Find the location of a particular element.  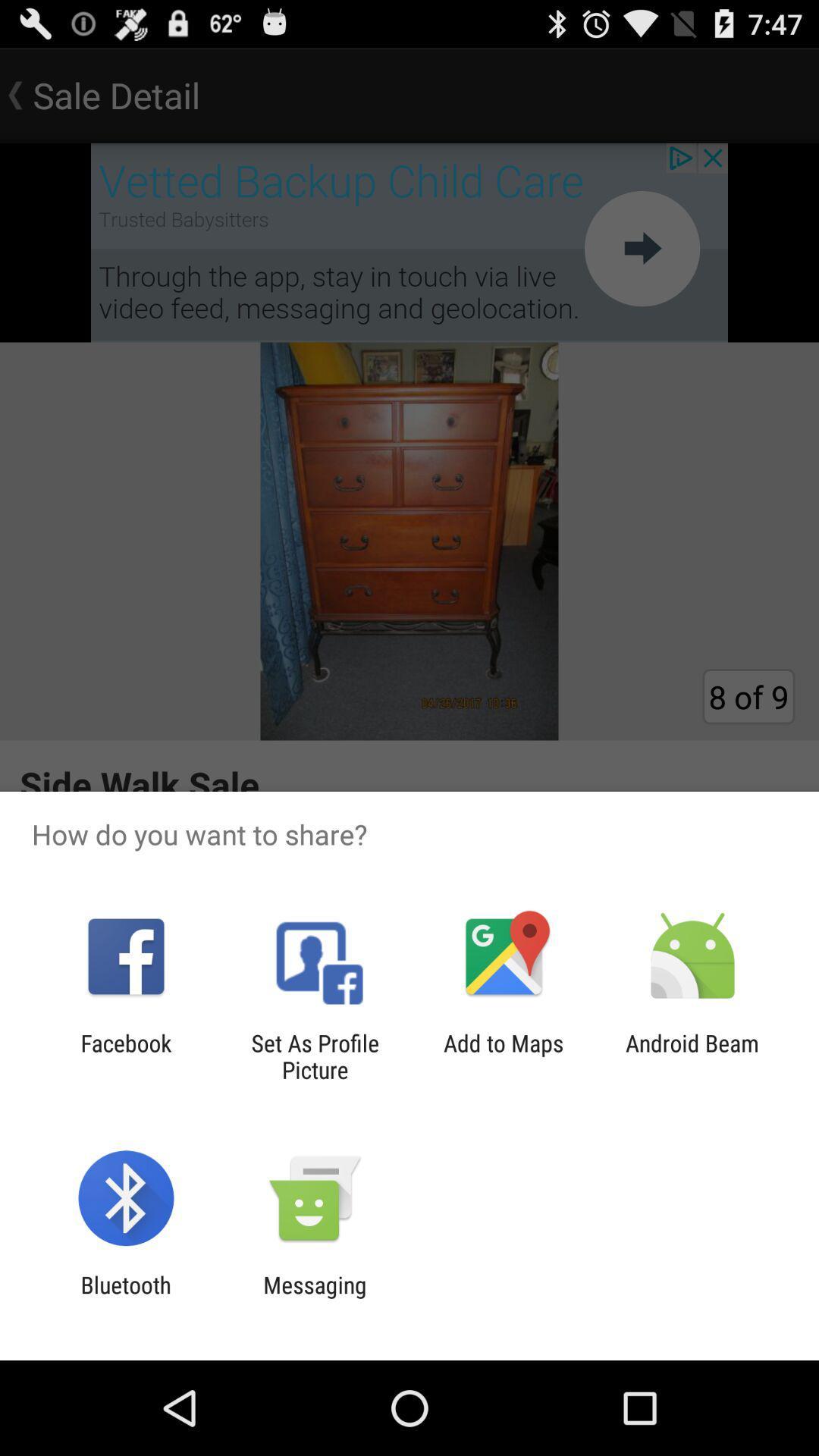

app to the right of the facebook is located at coordinates (314, 1056).